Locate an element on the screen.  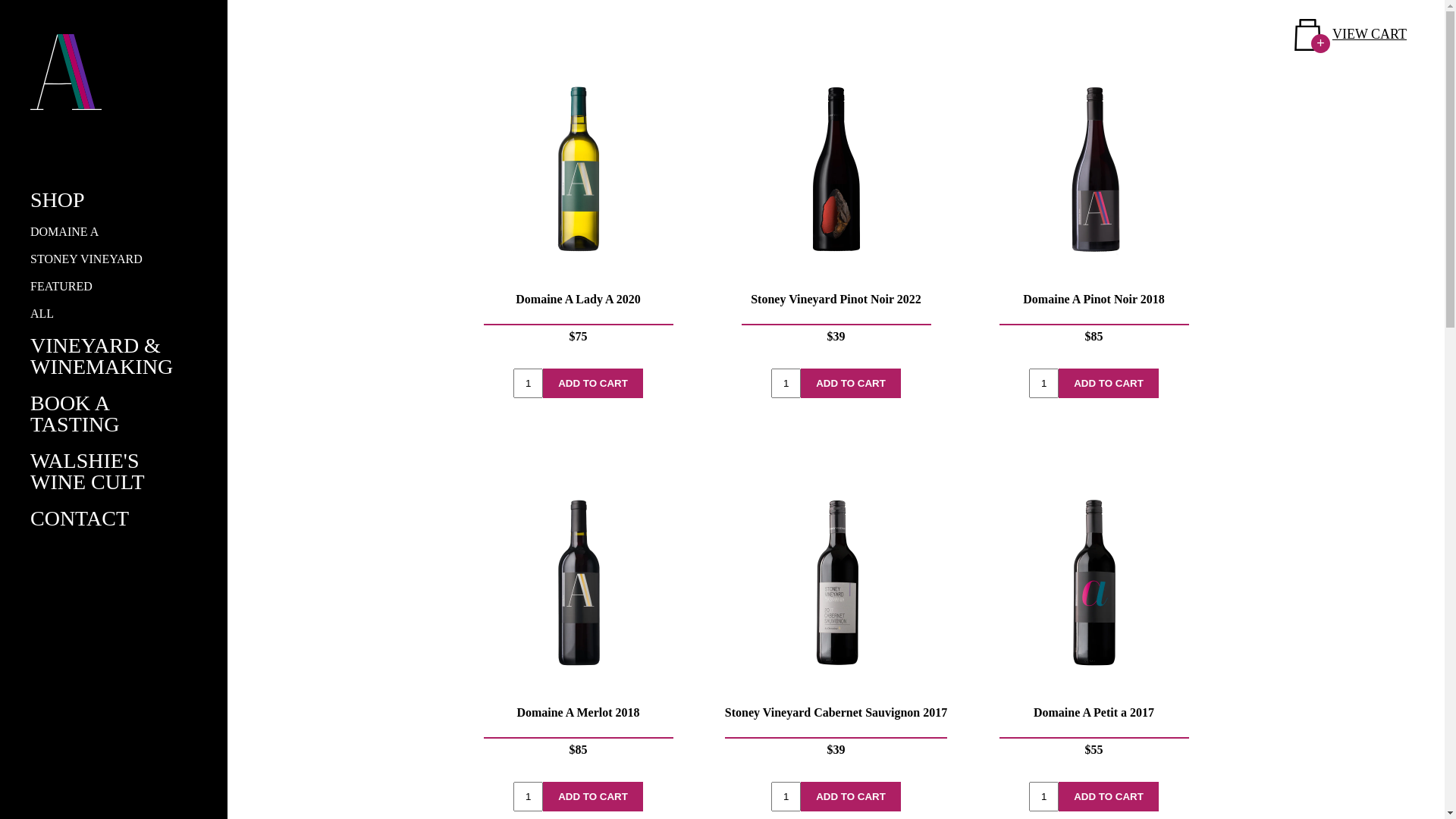
'ADD TO CART' is located at coordinates (851, 382).